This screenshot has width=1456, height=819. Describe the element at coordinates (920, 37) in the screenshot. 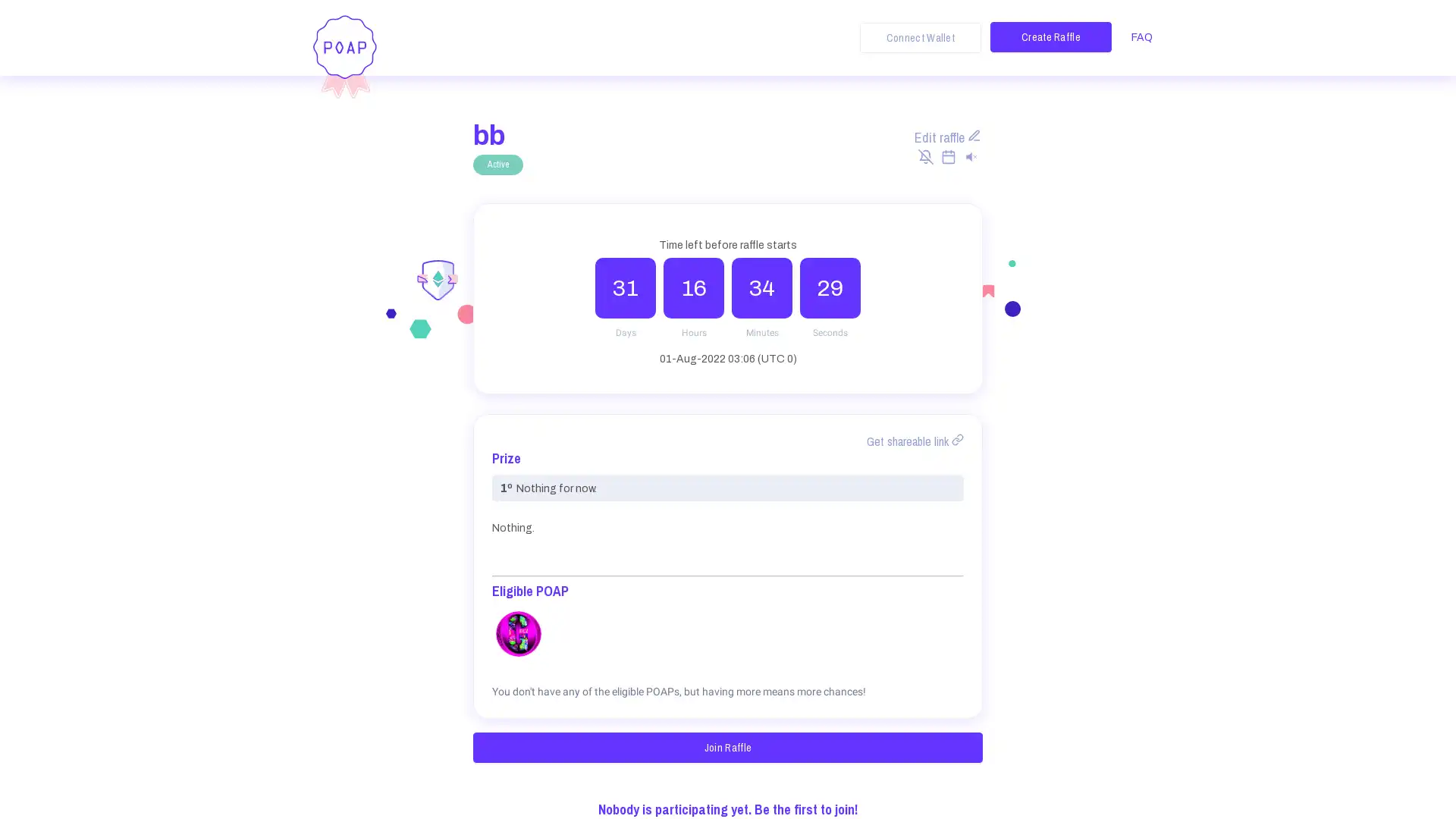

I see `Connect Wallet` at that location.